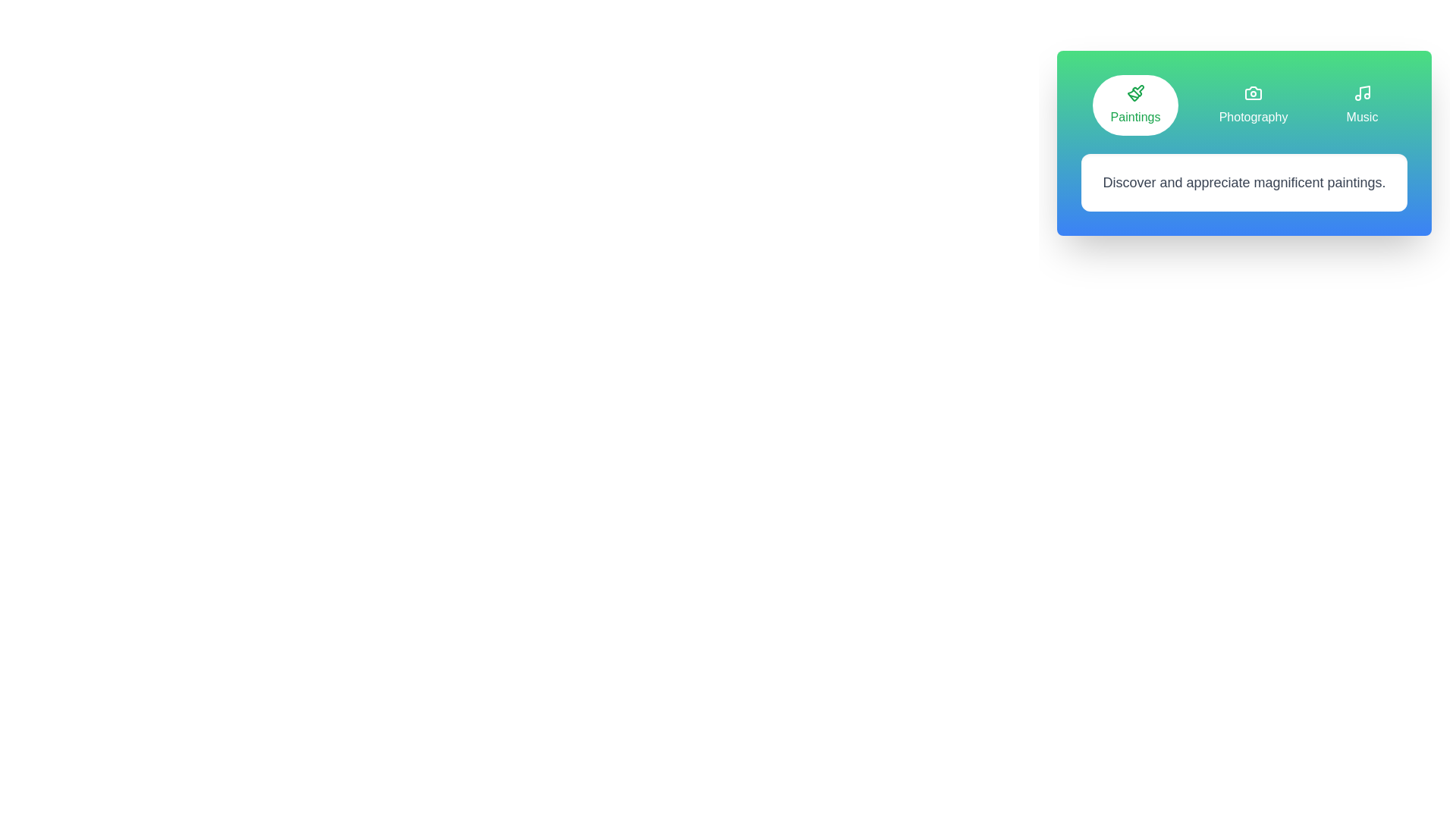 This screenshot has height=819, width=1456. Describe the element at coordinates (1362, 104) in the screenshot. I see `the Music tab to view its content` at that location.